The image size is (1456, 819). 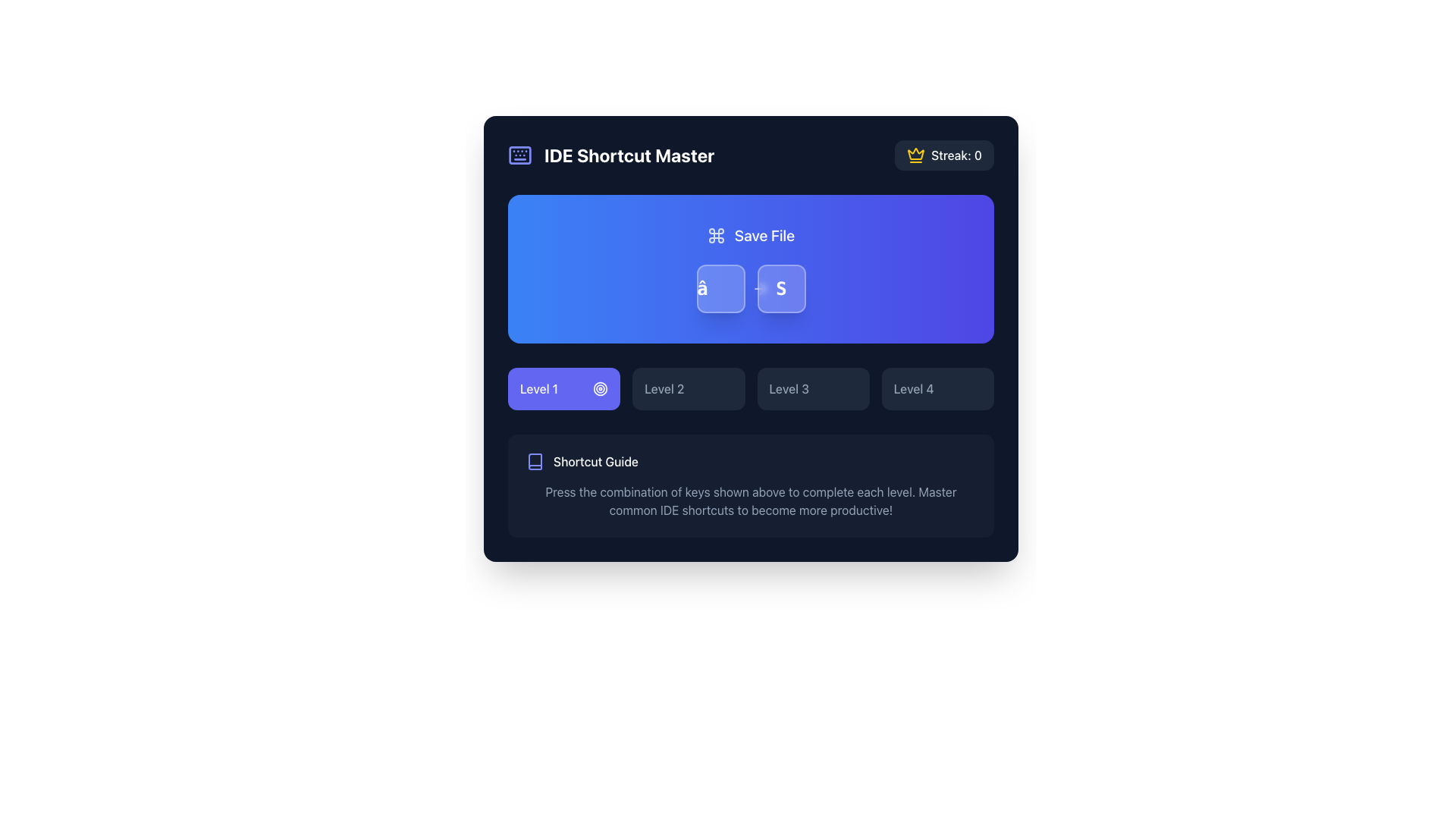 I want to click on the outermost SVG Circle within the target icon, which is part of the 'Level 1' button in the lower tab row, so click(x=600, y=388).